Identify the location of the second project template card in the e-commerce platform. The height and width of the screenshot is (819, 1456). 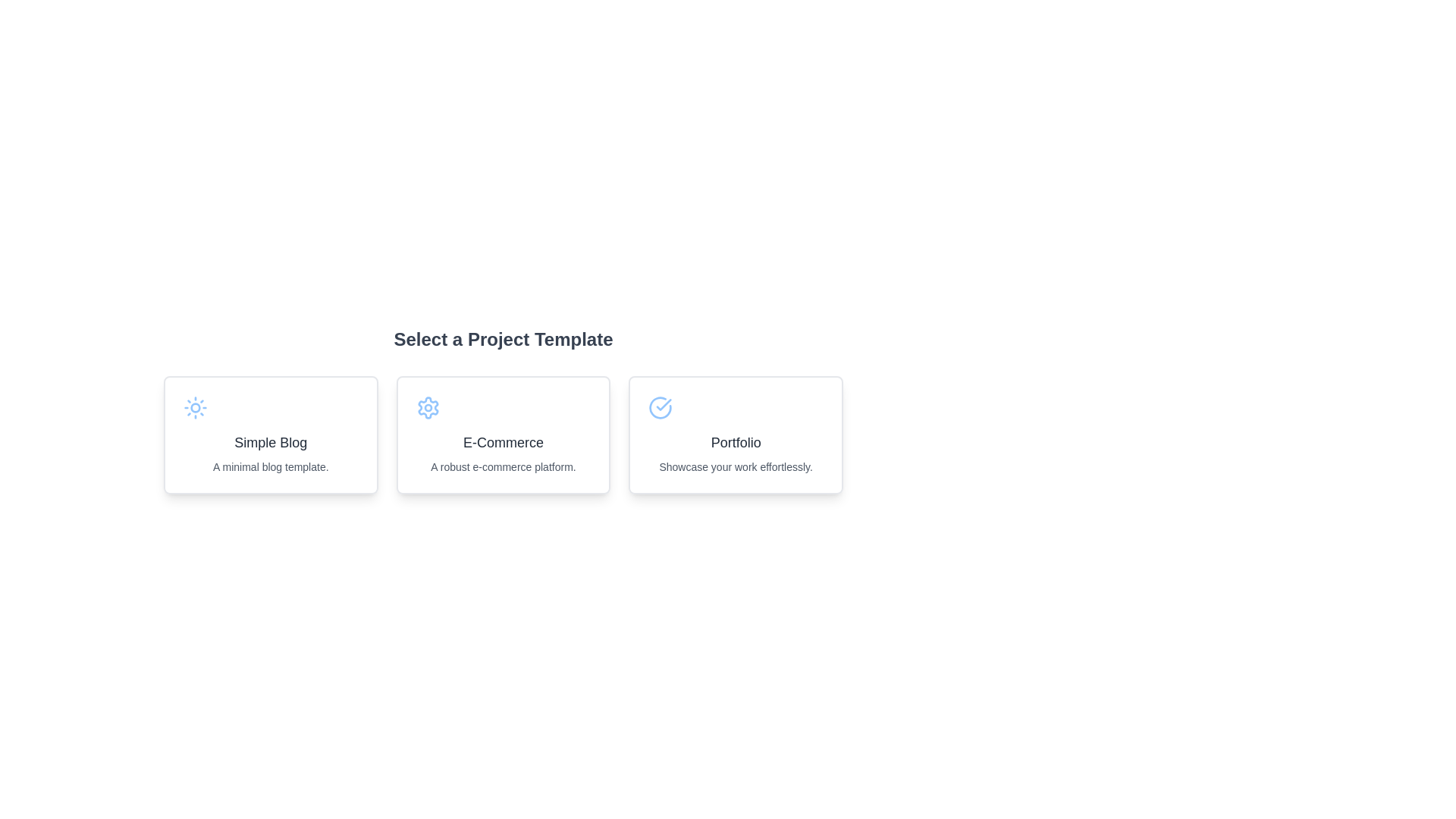
(503, 435).